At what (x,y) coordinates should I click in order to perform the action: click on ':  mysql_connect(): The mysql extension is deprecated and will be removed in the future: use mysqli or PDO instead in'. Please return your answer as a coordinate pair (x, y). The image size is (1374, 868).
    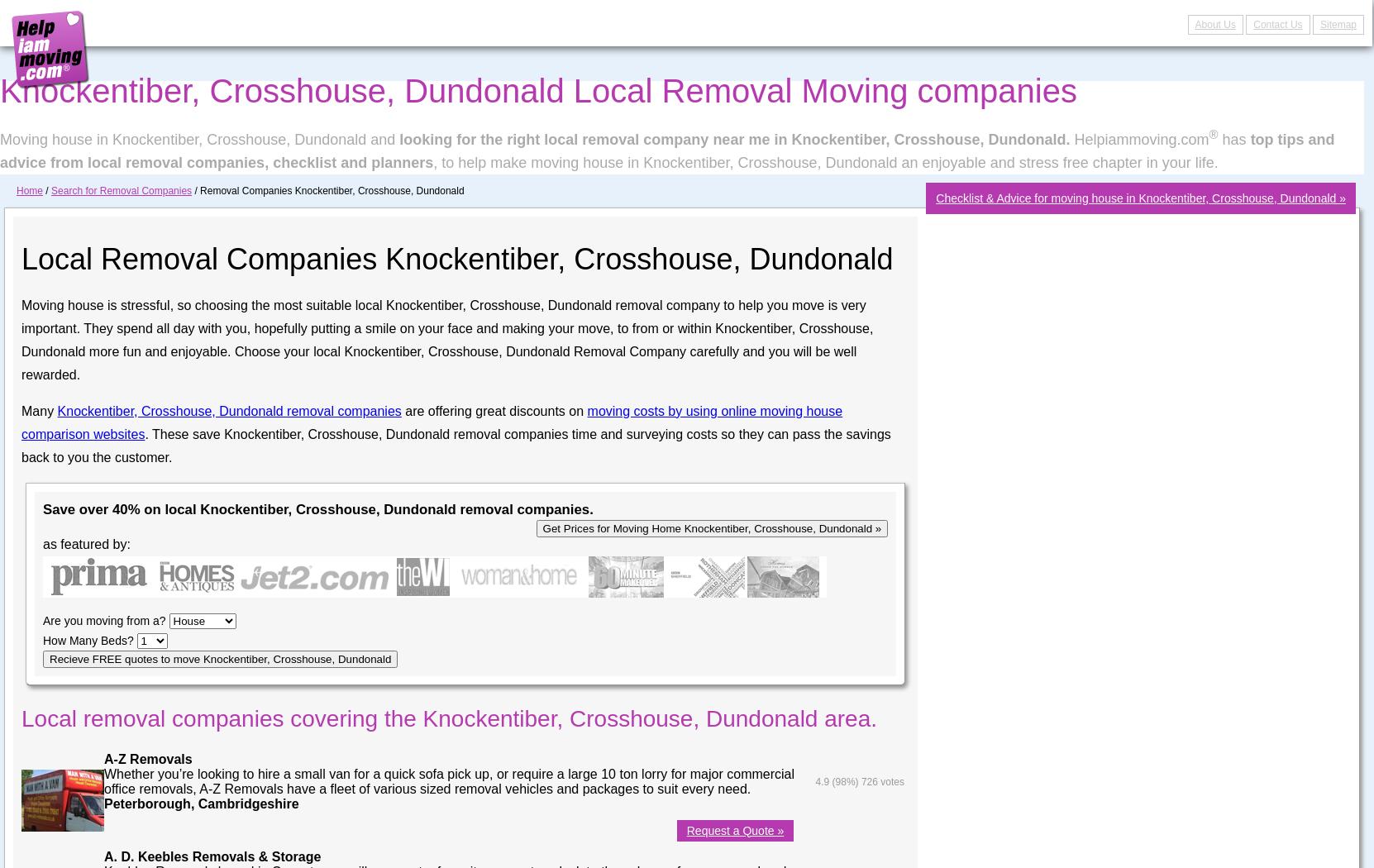
    Looking at the image, I should click on (61, 30).